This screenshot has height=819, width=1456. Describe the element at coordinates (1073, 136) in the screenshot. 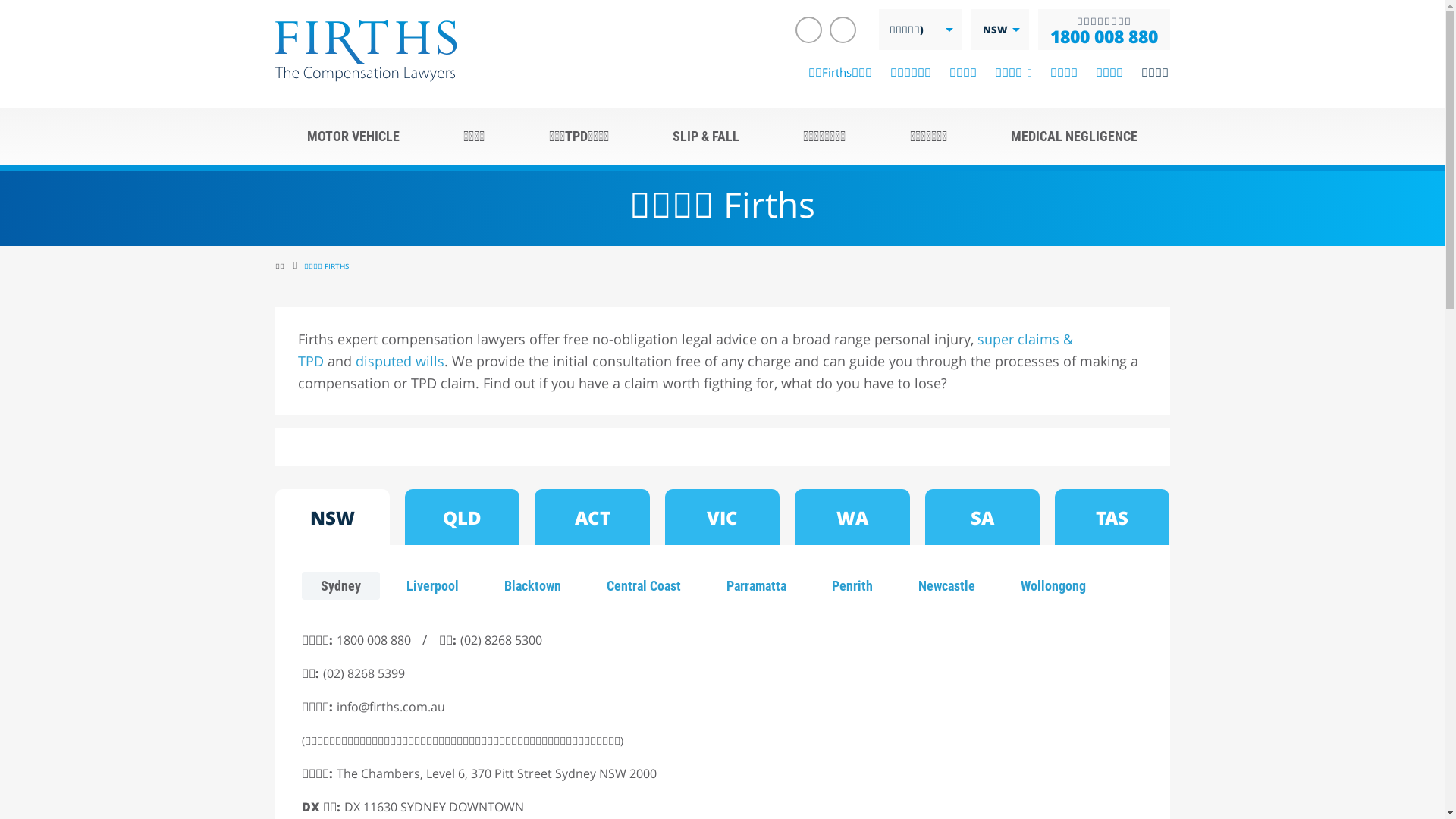

I see `'MEDICAL NEGLIGENCE'` at that location.